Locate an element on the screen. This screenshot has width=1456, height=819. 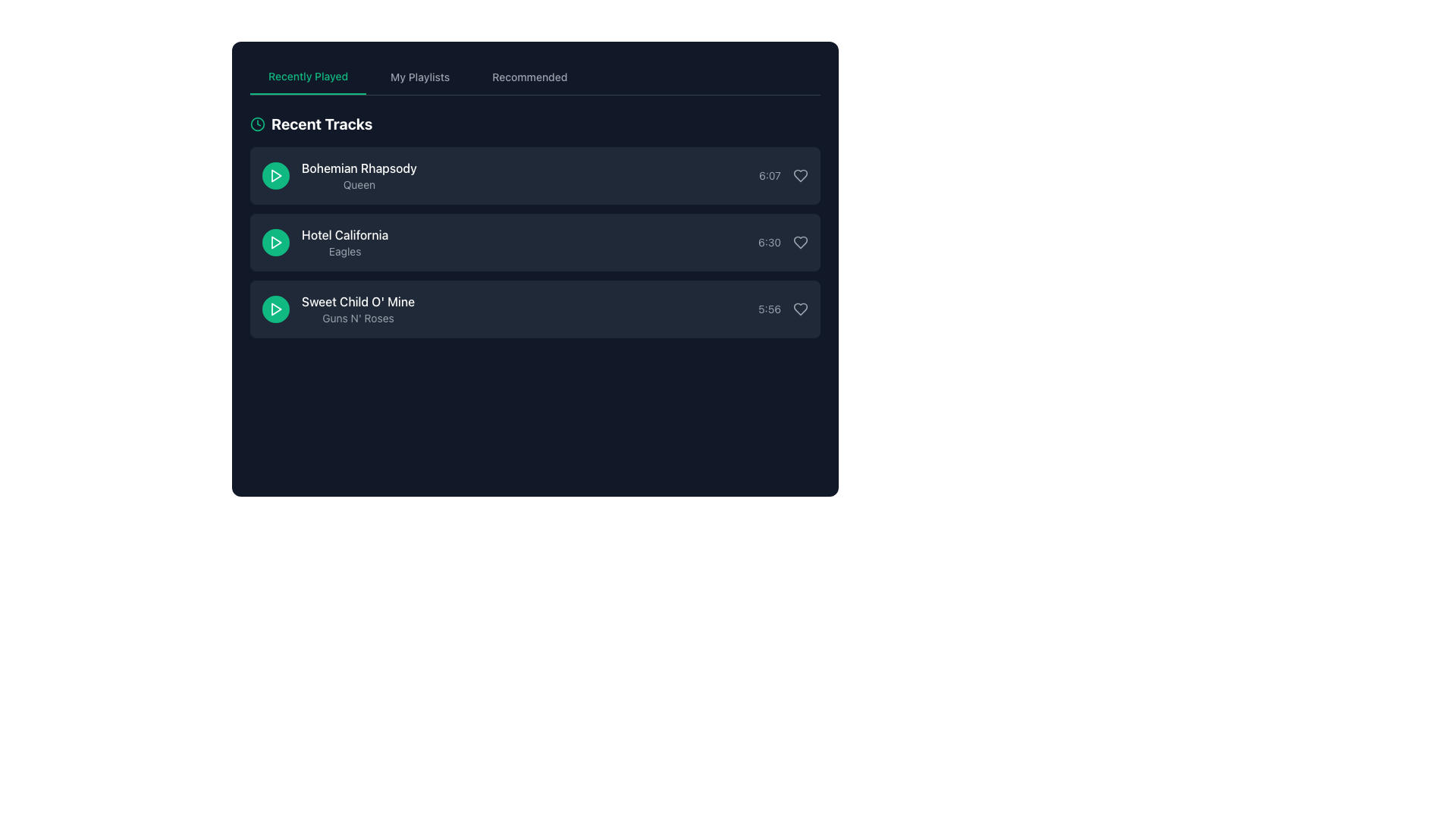
the first list item titled 'Bohemian Rhapsody' under the 'Recently Played' tab is located at coordinates (535, 174).